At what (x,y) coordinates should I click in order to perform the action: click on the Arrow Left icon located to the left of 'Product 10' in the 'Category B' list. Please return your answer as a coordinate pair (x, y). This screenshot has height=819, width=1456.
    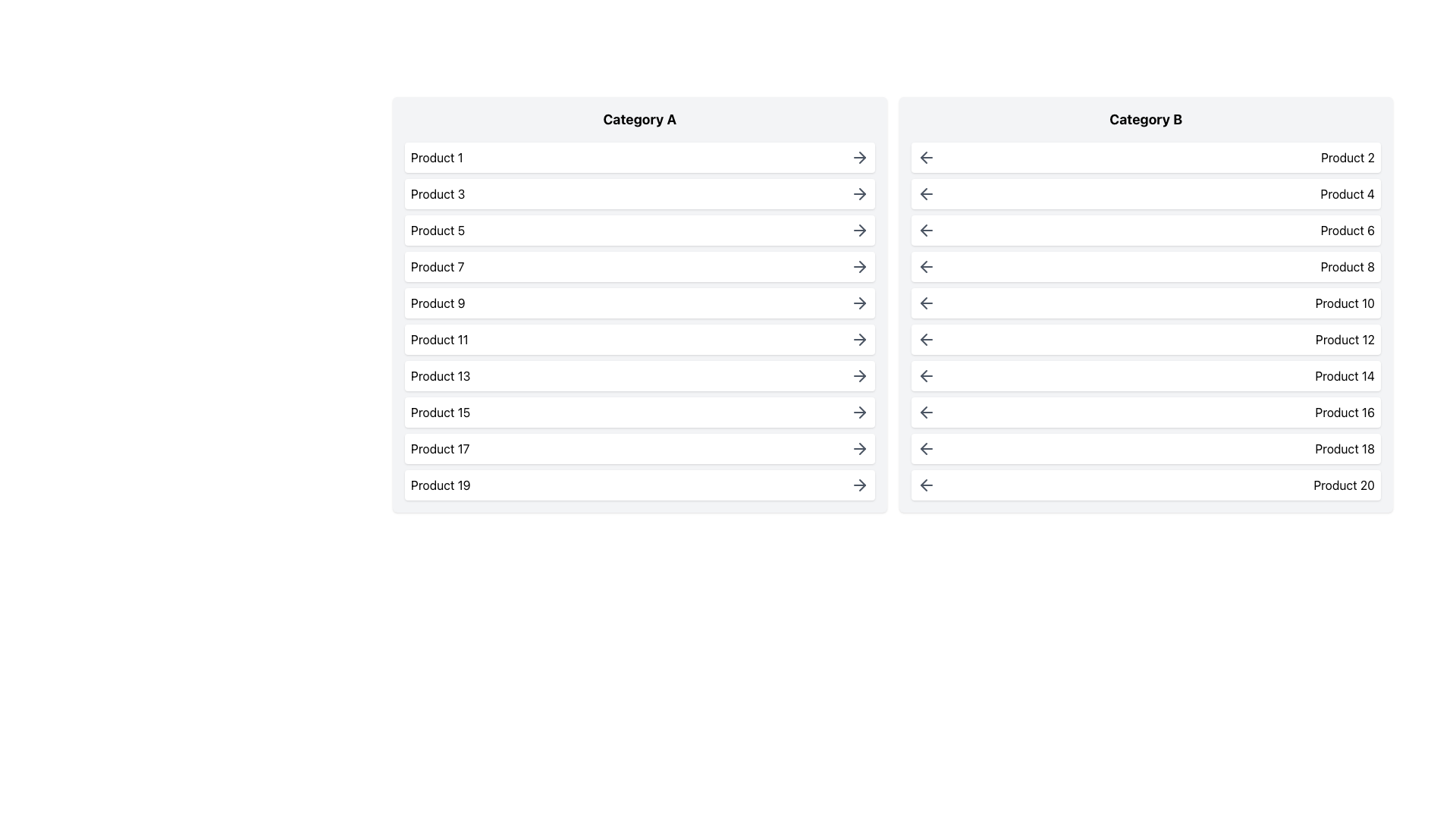
    Looking at the image, I should click on (925, 303).